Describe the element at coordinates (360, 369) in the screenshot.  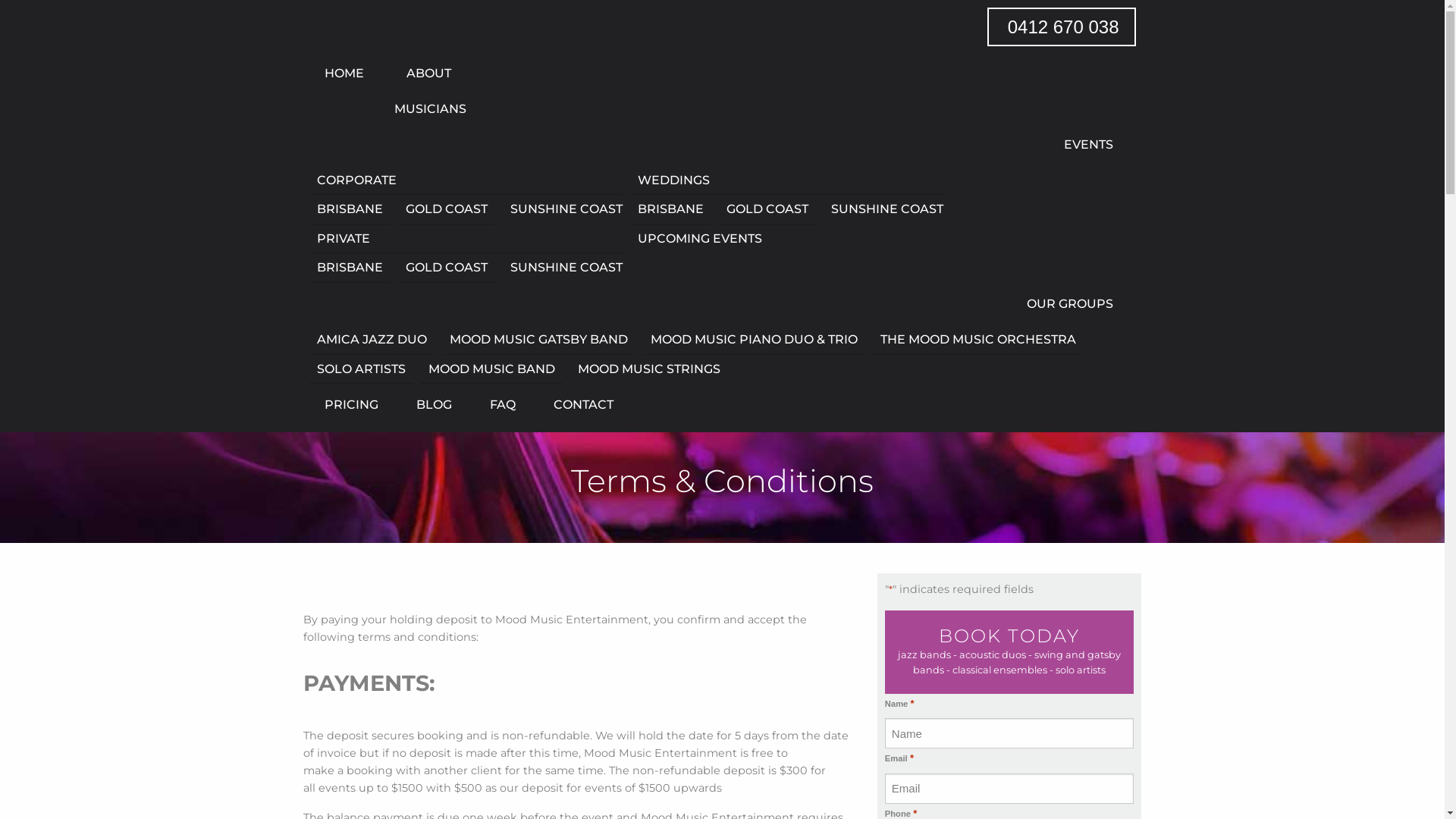
I see `'SOLO ARTISTS'` at that location.